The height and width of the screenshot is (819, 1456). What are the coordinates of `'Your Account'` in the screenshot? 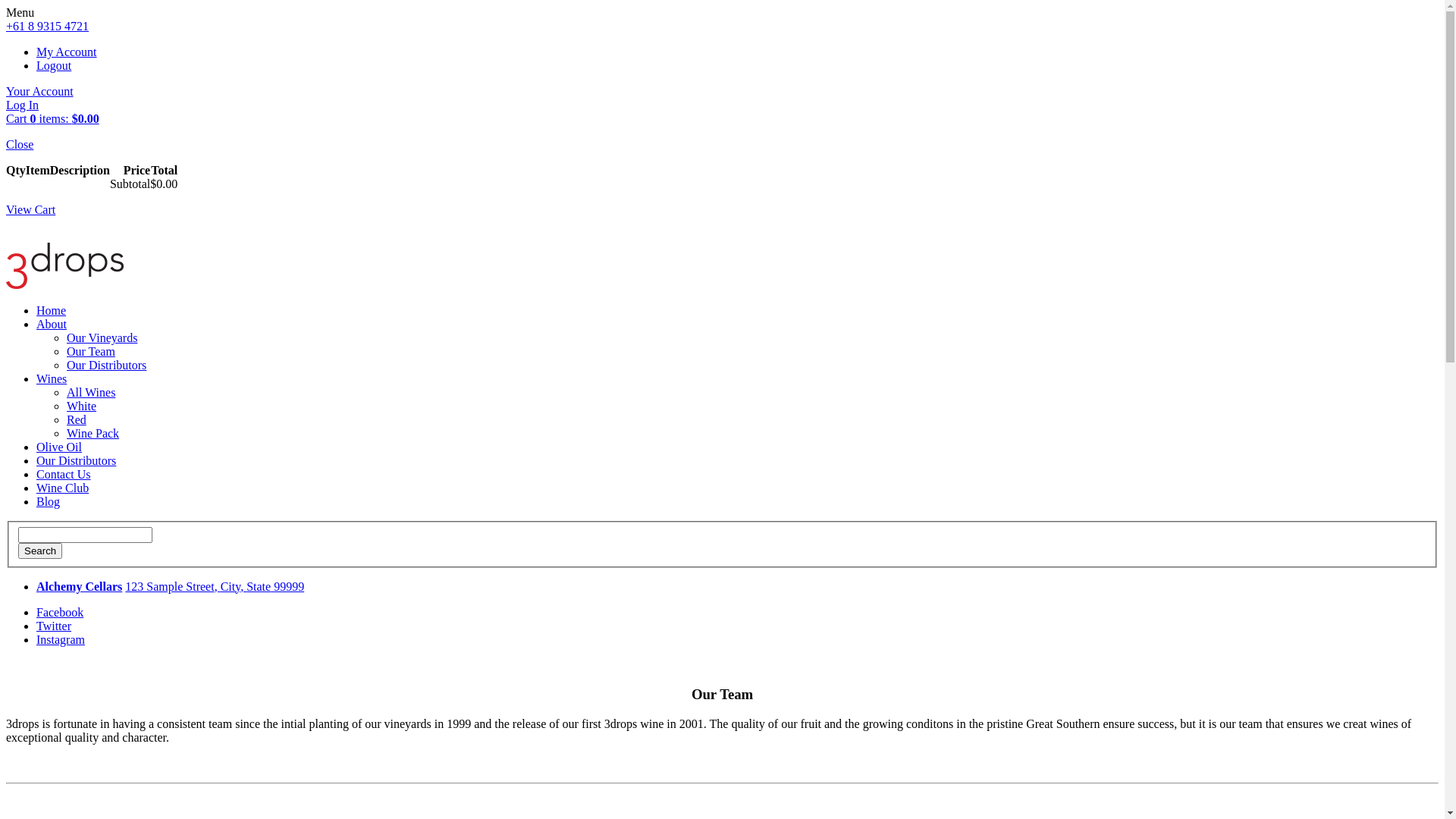 It's located at (39, 91).